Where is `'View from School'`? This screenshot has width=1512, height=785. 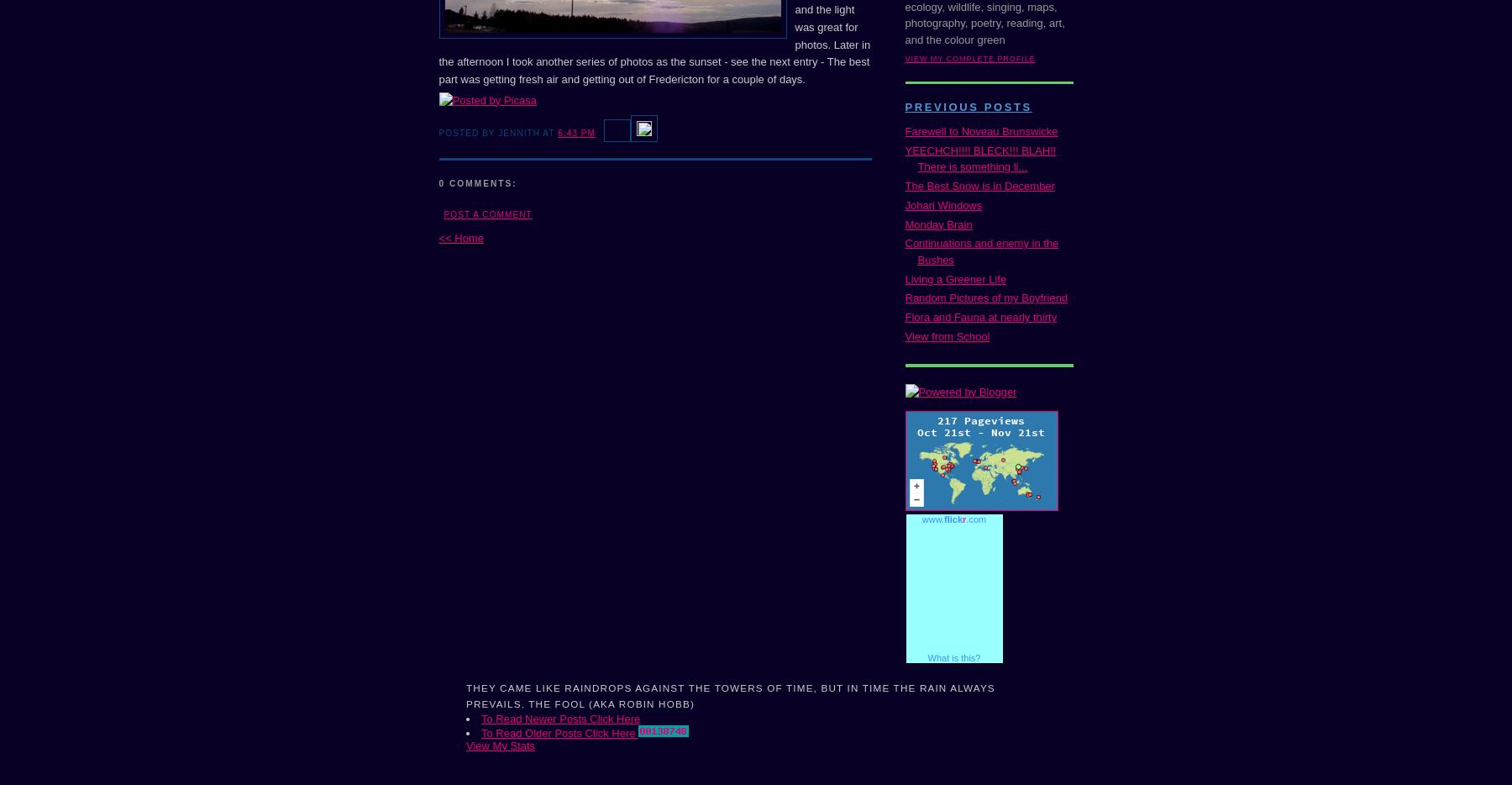 'View from School' is located at coordinates (946, 335).